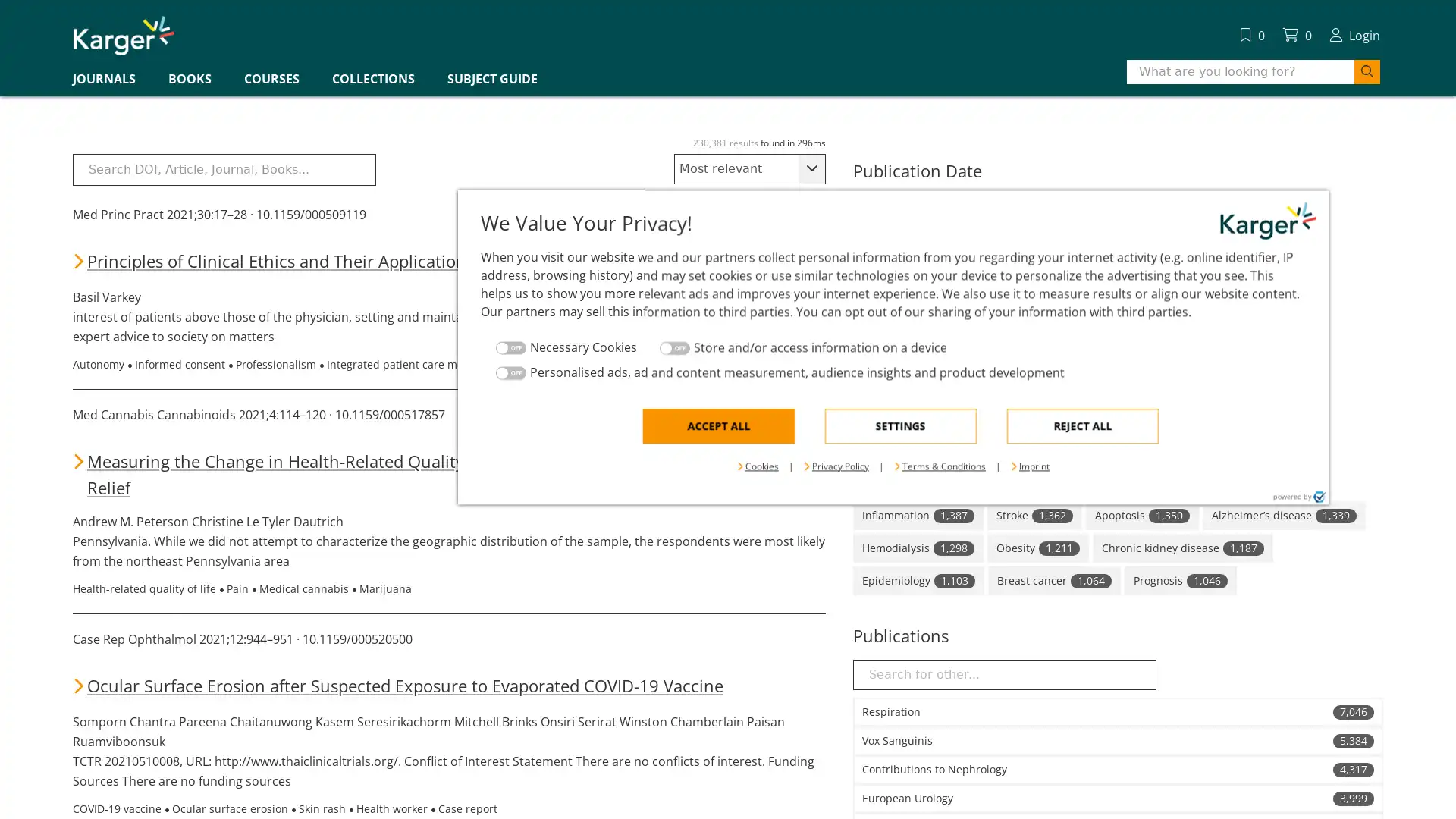 The image size is (1456, 819). Describe the element at coordinates (1367, 72) in the screenshot. I see `Submit Homepage Search` at that location.